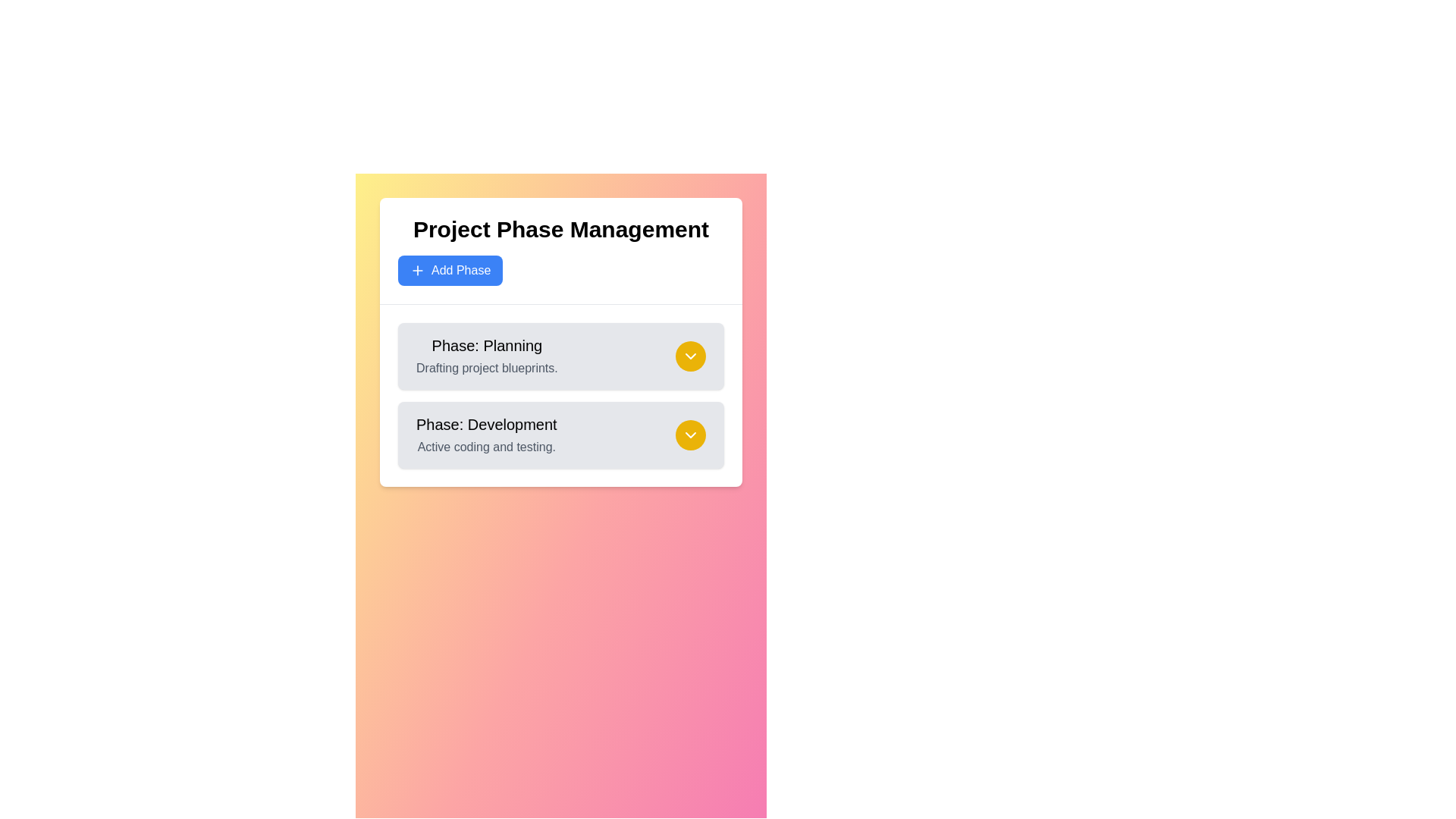  What do you see at coordinates (690, 356) in the screenshot?
I see `the downward-pointing chevron SVG icon located within the circular yellow button adjacent to the 'Phase: Development' entry` at bounding box center [690, 356].